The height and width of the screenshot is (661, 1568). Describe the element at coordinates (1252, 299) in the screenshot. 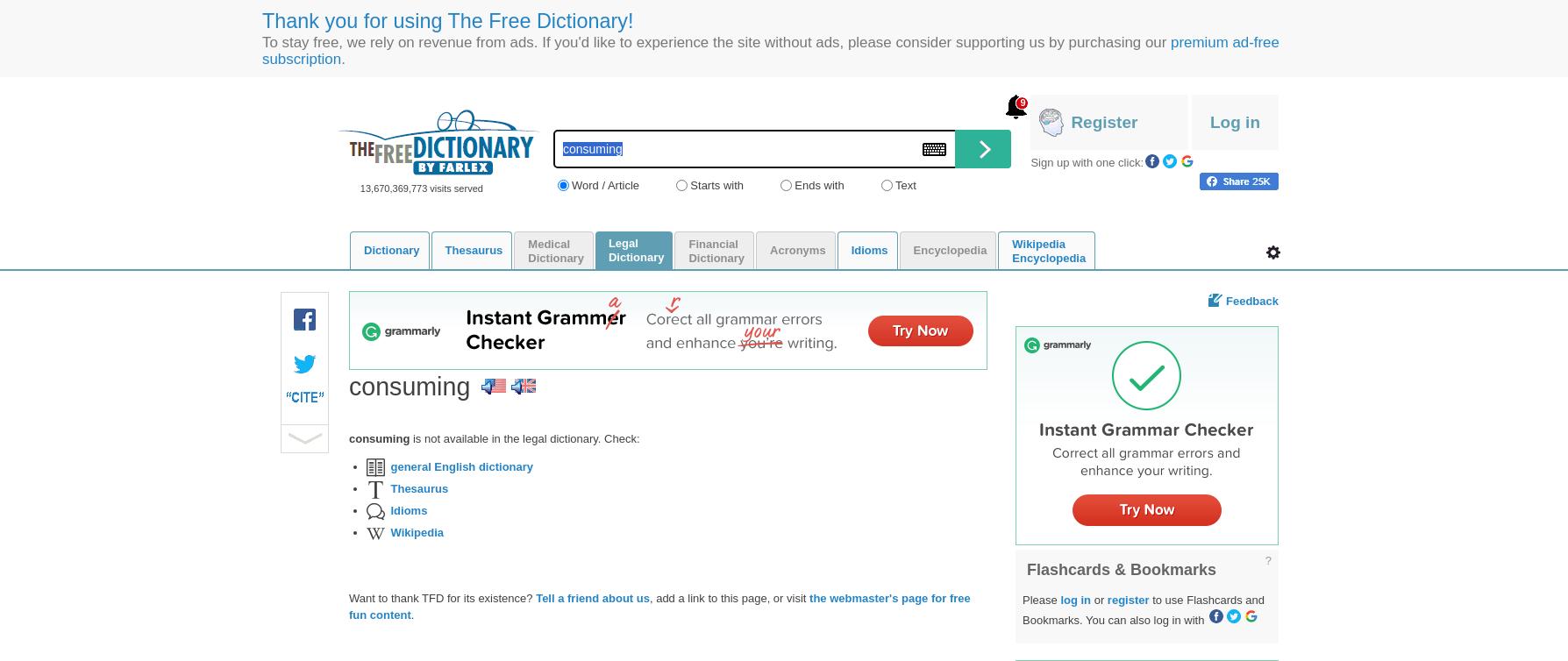

I see `'Feedback'` at that location.